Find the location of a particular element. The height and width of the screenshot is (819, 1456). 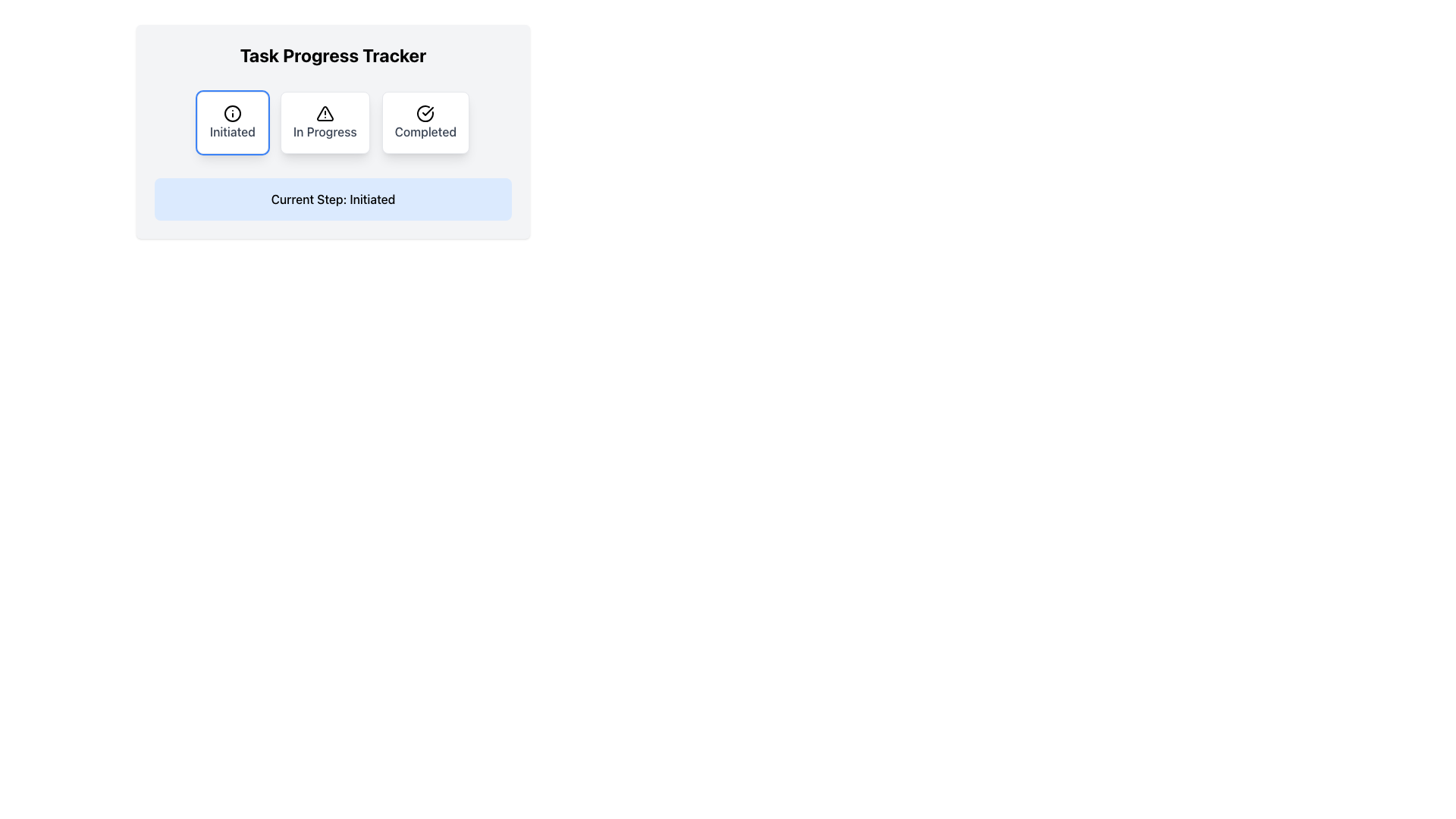

the circular SVG graphic element that is part of the 'Initiated' button in the task progress tracker is located at coordinates (232, 113).